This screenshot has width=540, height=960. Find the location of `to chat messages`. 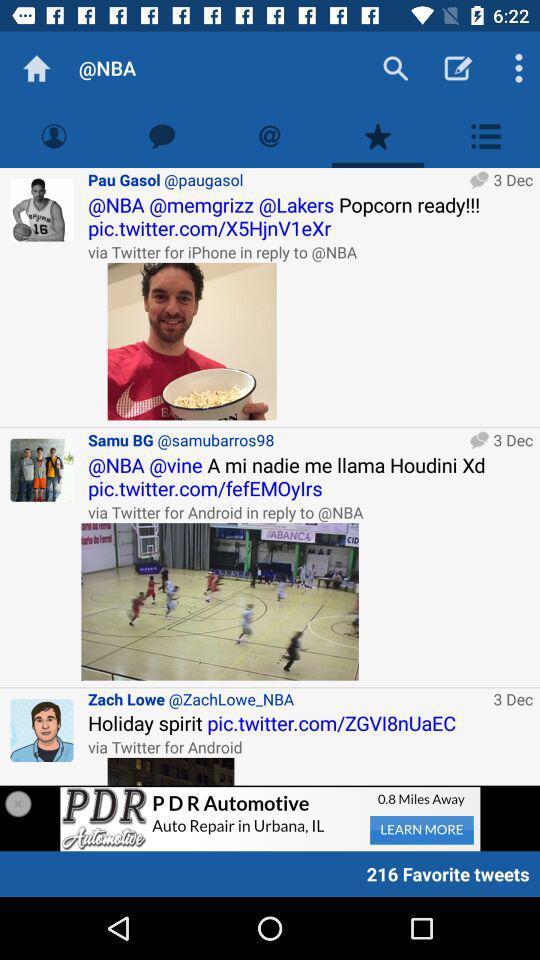

to chat messages is located at coordinates (161, 135).